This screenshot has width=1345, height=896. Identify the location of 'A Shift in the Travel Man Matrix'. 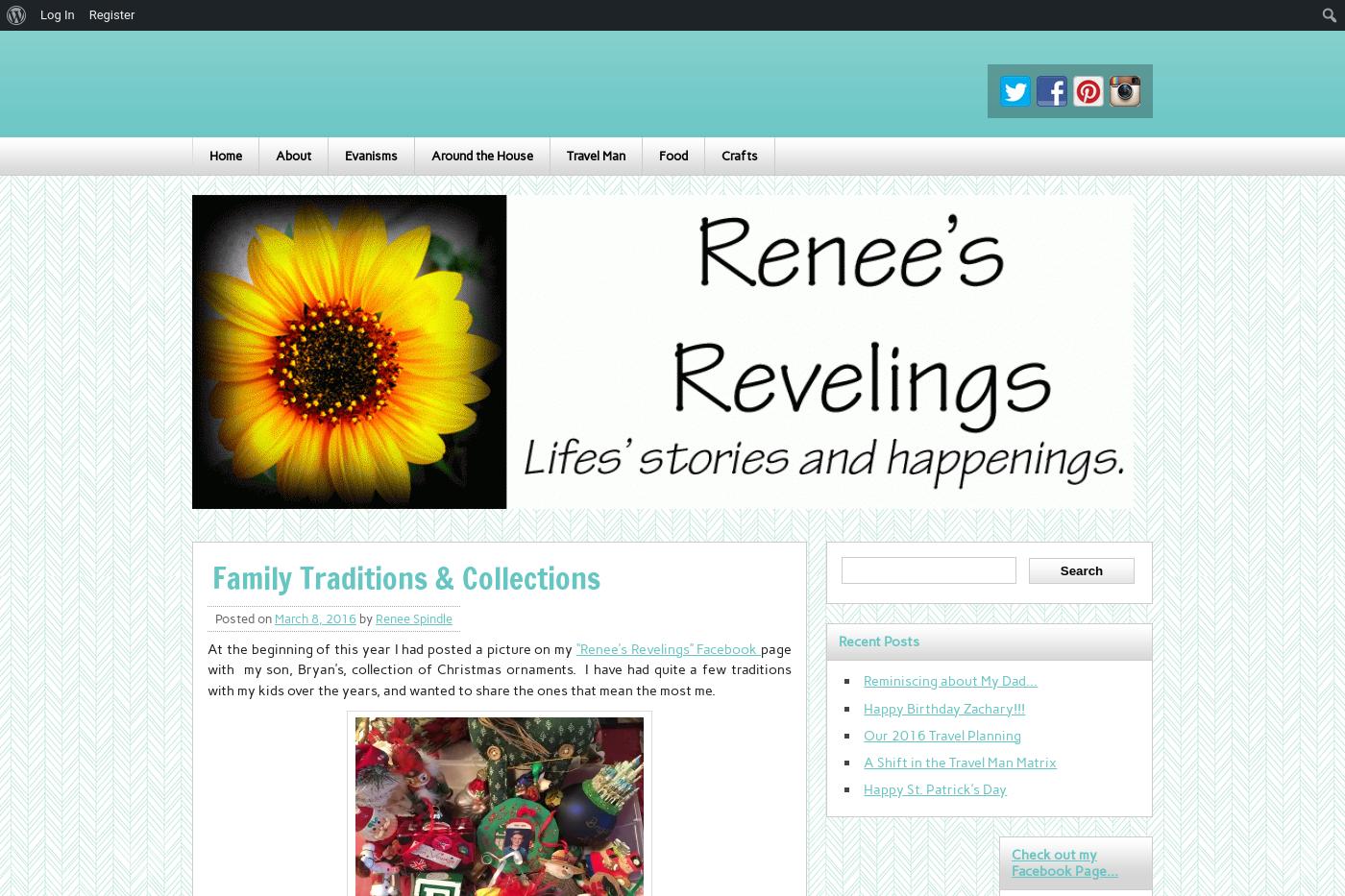
(863, 762).